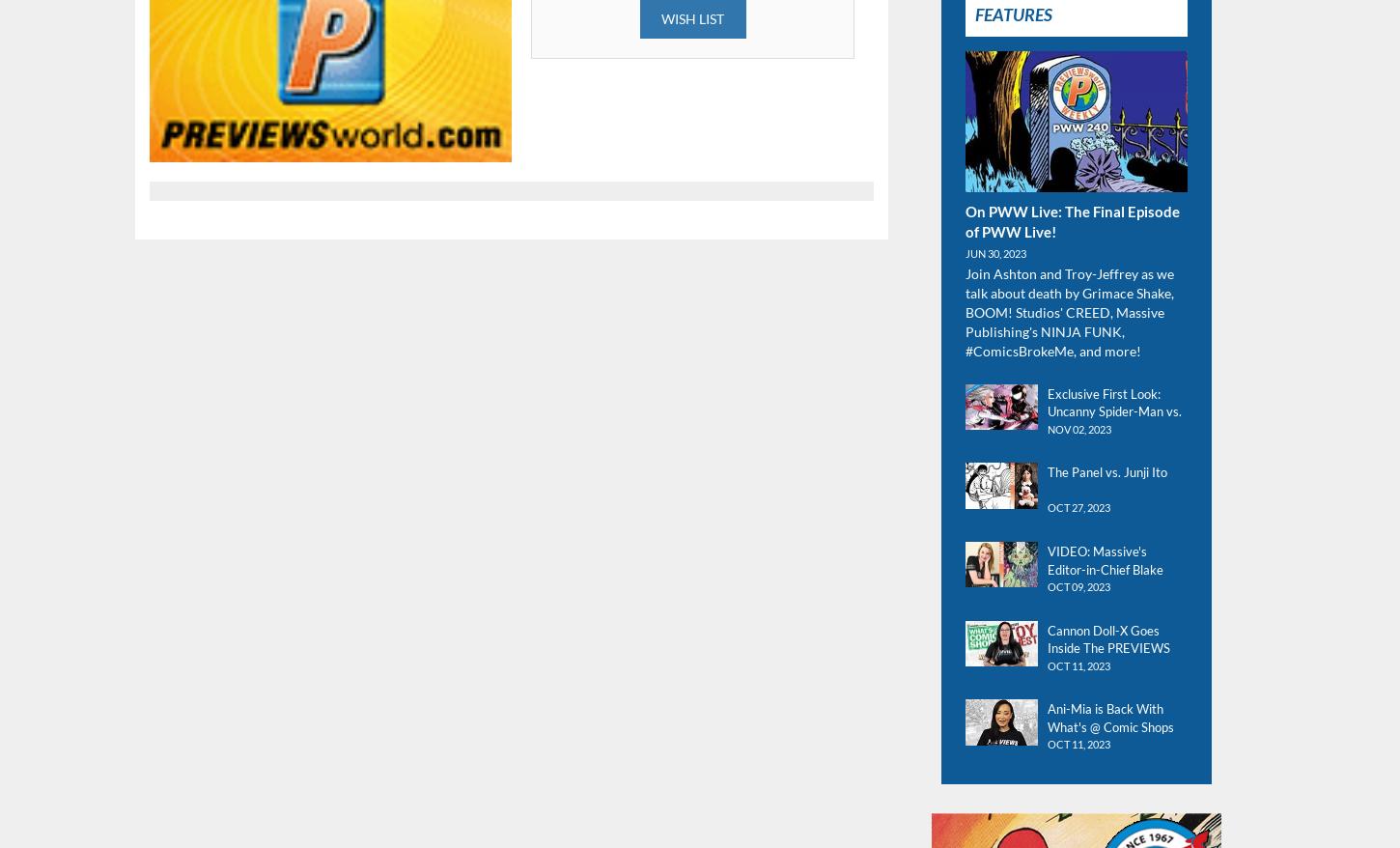 Image resolution: width=1400 pixels, height=848 pixels. What do you see at coordinates (1106, 471) in the screenshot?
I see `'The Panel vs. Junji  Ito'` at bounding box center [1106, 471].